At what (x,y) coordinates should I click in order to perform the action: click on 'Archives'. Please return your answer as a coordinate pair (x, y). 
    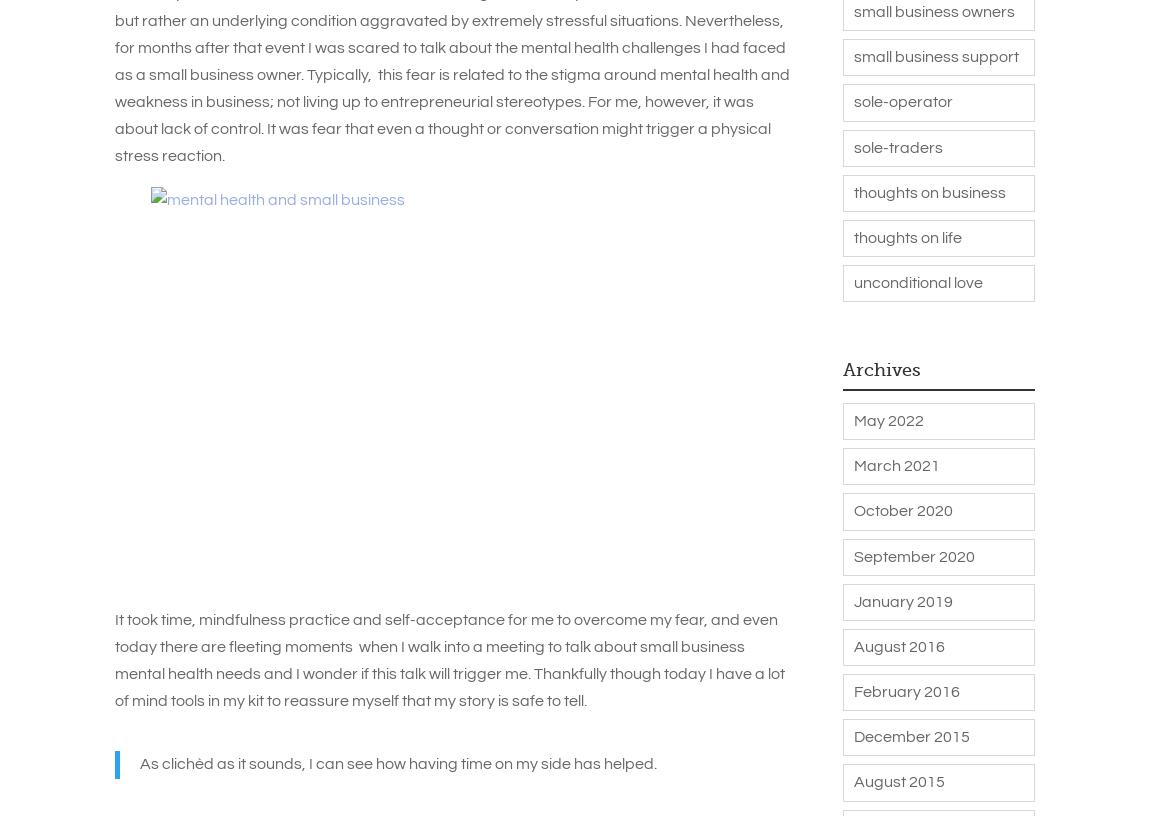
    Looking at the image, I should click on (881, 368).